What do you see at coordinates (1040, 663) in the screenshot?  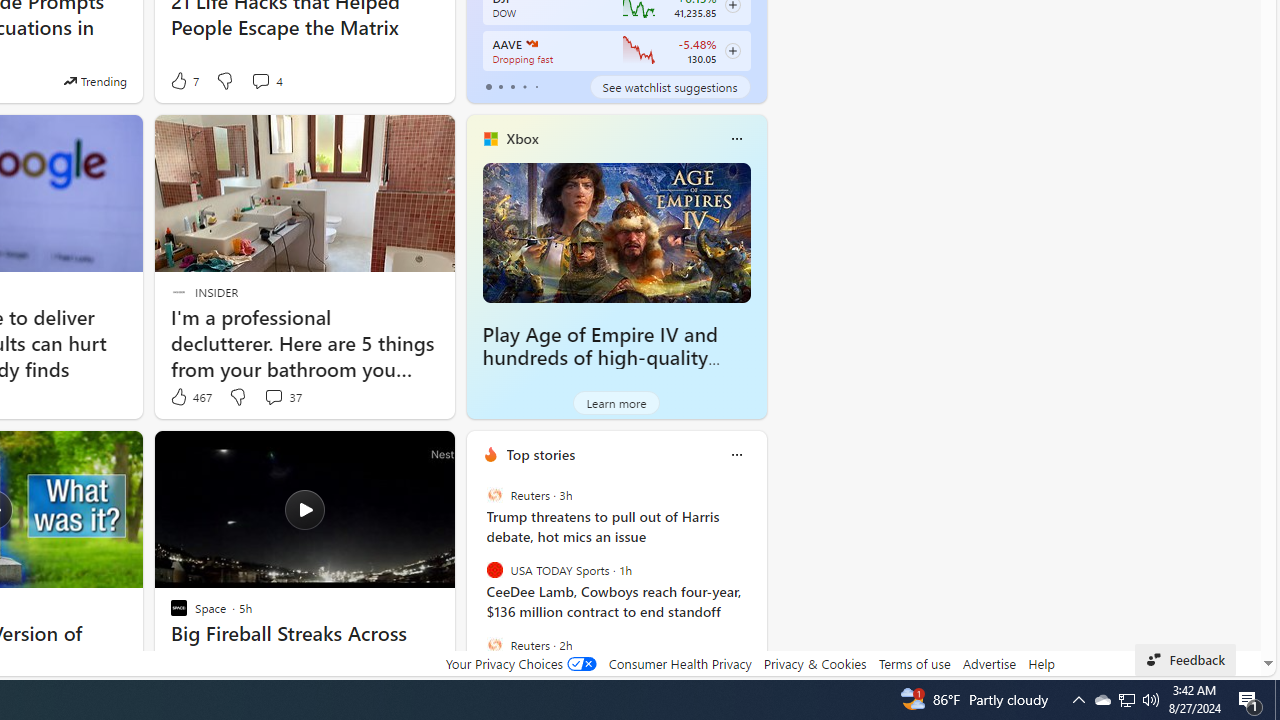 I see `'Help'` at bounding box center [1040, 663].